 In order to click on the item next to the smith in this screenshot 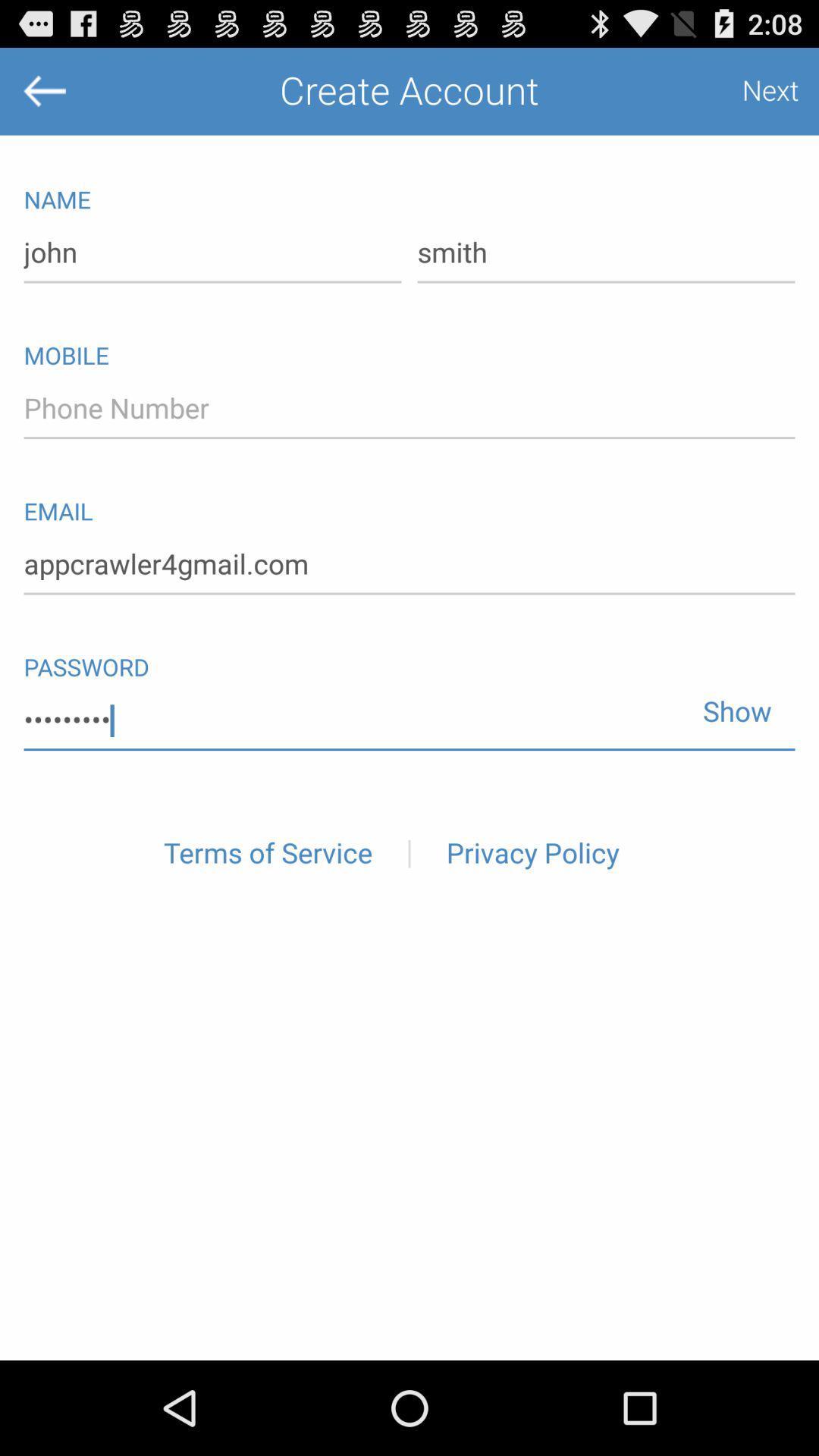, I will do `click(212, 253)`.